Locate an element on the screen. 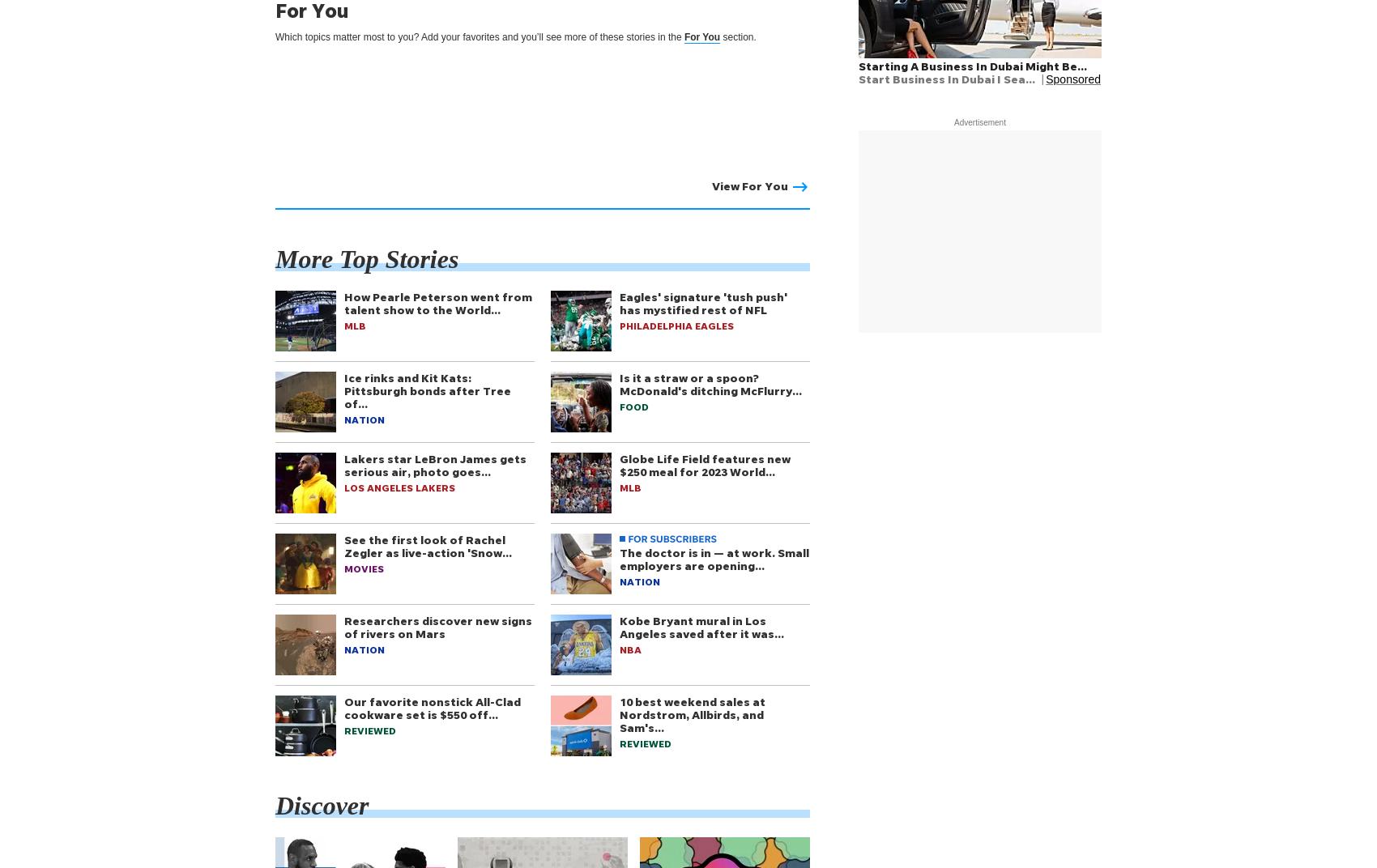 The height and width of the screenshot is (868, 1377). 'section.' is located at coordinates (738, 36).